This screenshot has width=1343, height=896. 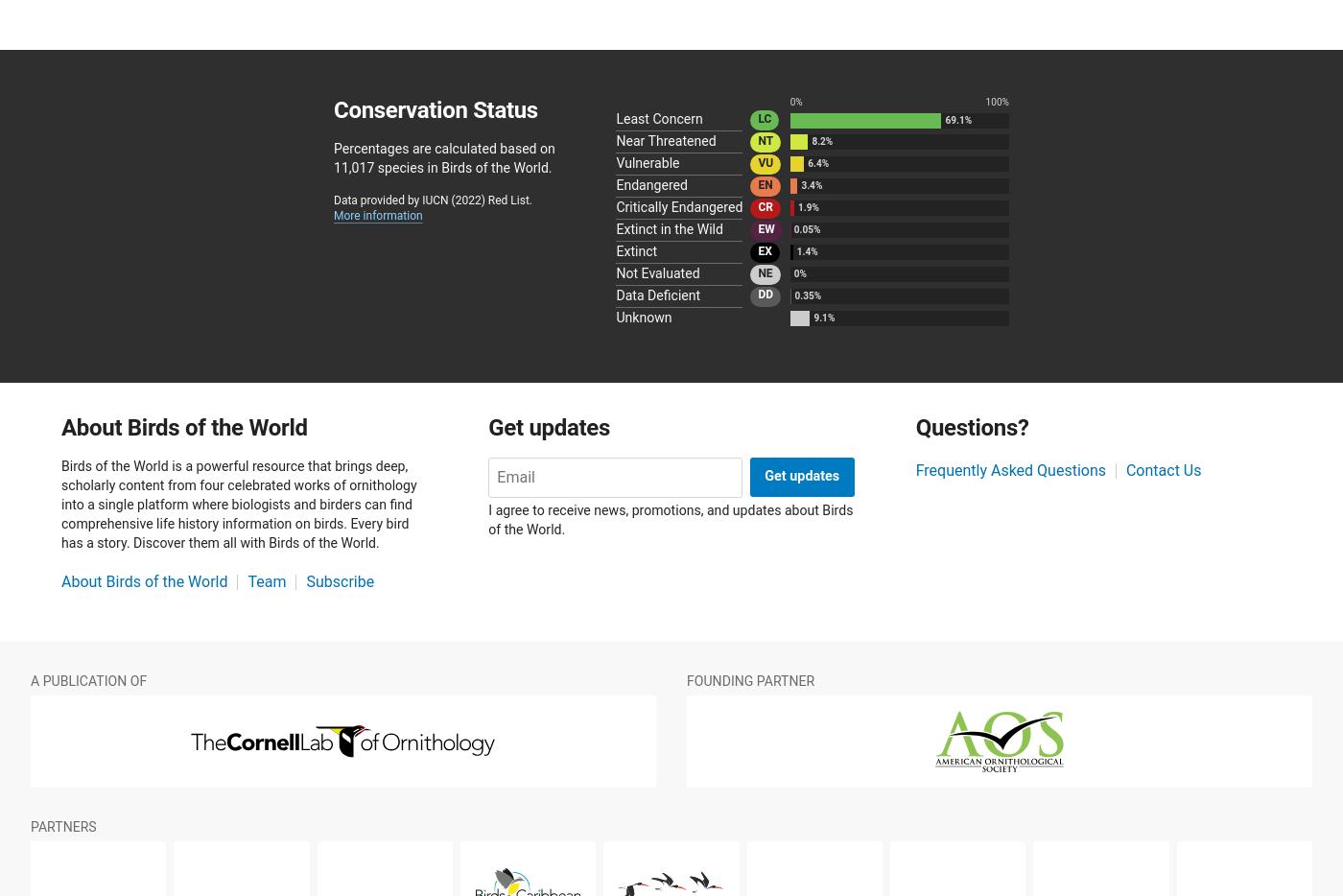 I want to click on 'Extinct in the Wild', so click(x=669, y=229).